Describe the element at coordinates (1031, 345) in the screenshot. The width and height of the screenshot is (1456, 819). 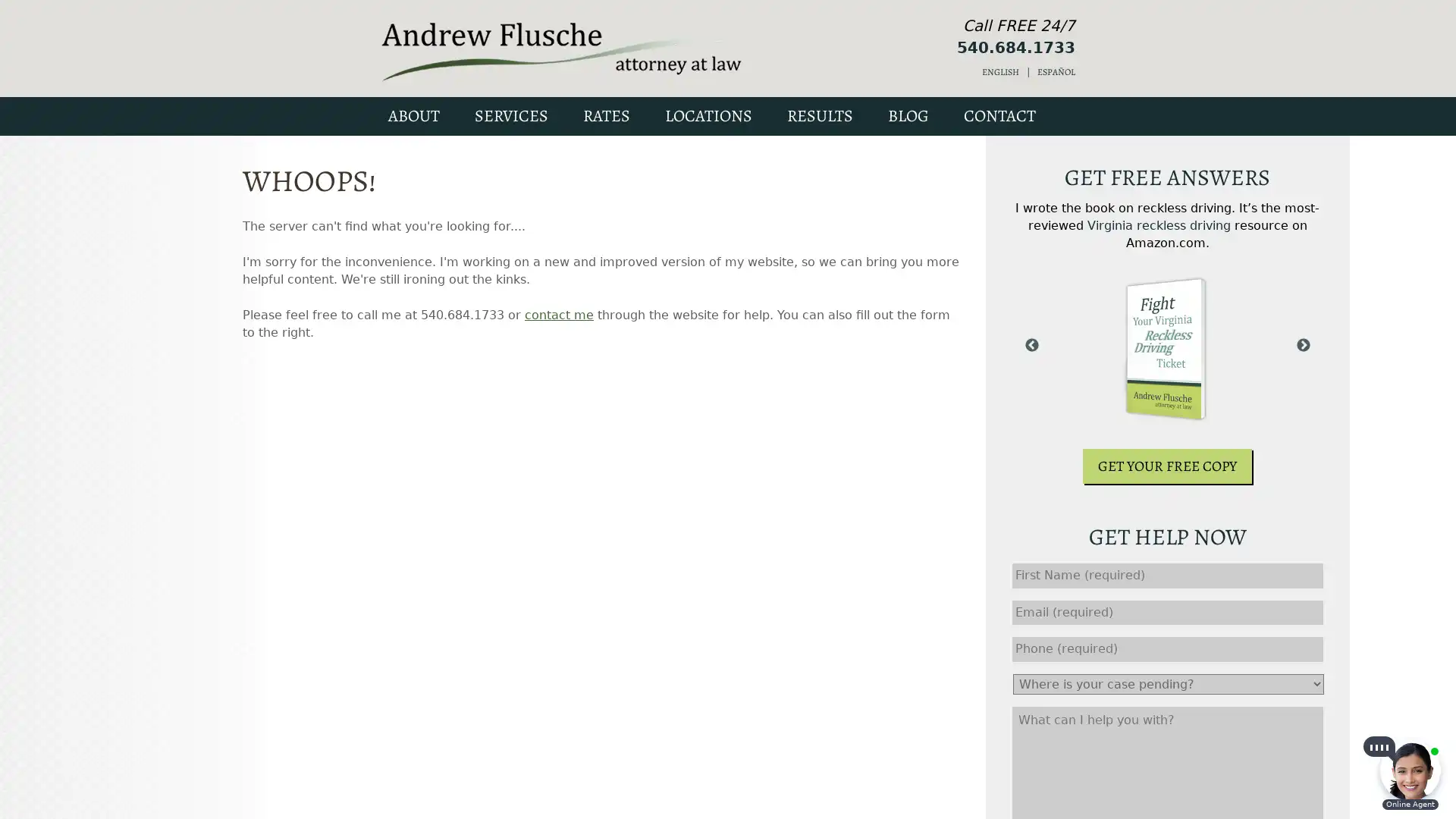
I see `Previous` at that location.